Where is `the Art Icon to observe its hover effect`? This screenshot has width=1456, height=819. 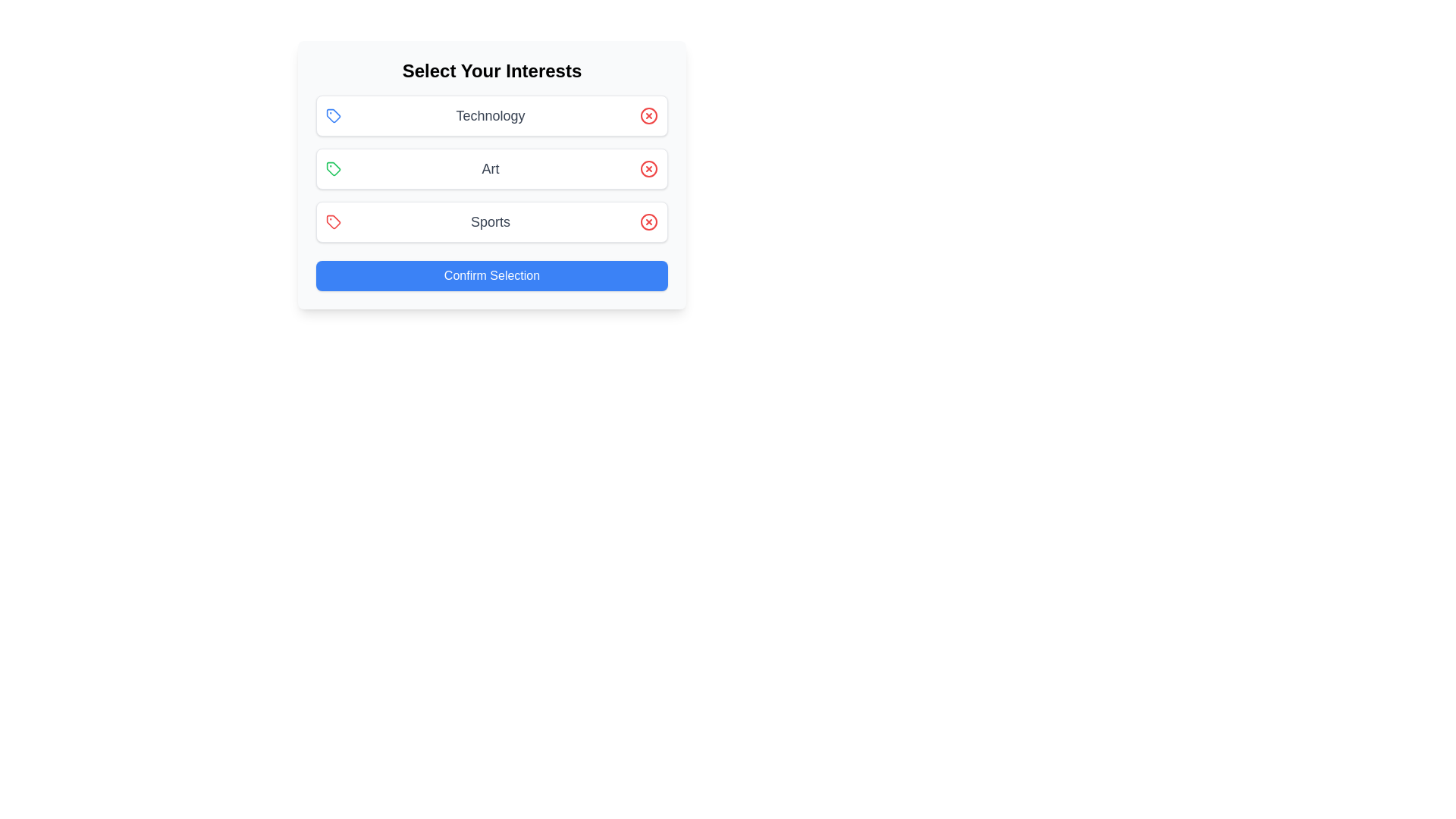 the Art Icon to observe its hover effect is located at coordinates (333, 169).